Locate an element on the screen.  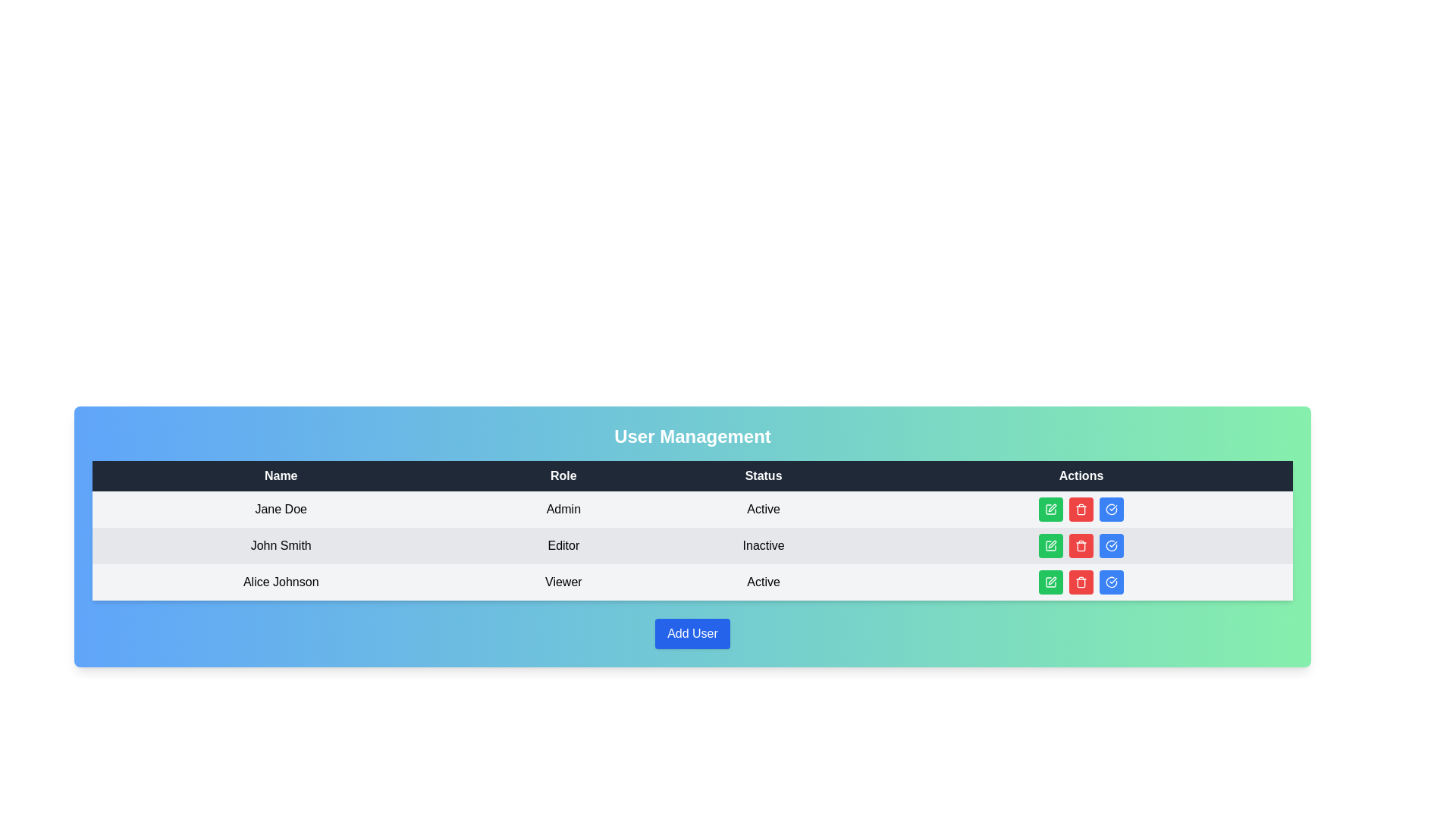
the delete button, which is the second button in a horizontal set of action buttons on the right-hand side of the interface is located at coordinates (1080, 581).